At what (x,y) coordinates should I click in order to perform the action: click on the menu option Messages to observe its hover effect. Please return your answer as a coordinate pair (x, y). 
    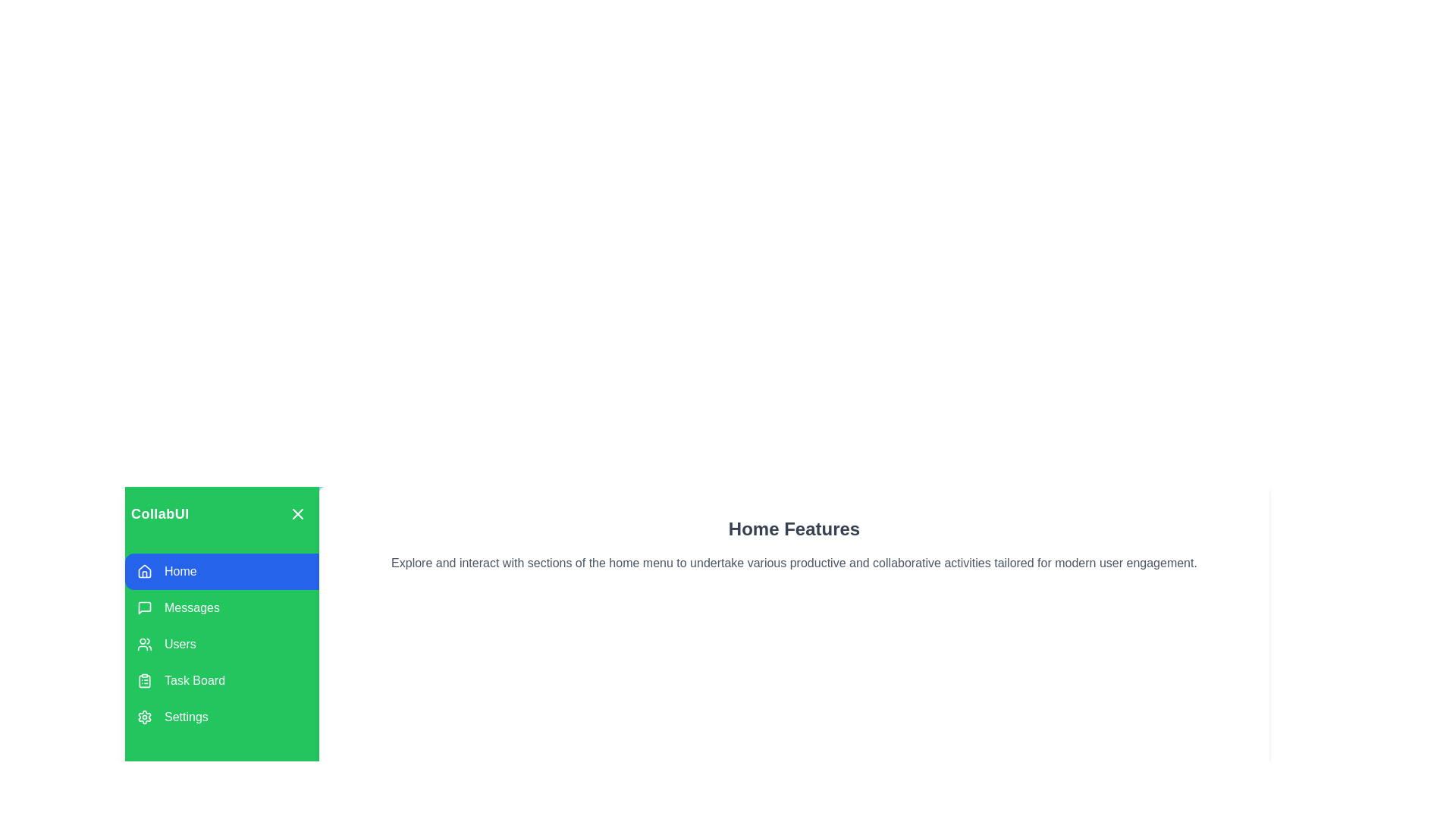
    Looking at the image, I should click on (221, 607).